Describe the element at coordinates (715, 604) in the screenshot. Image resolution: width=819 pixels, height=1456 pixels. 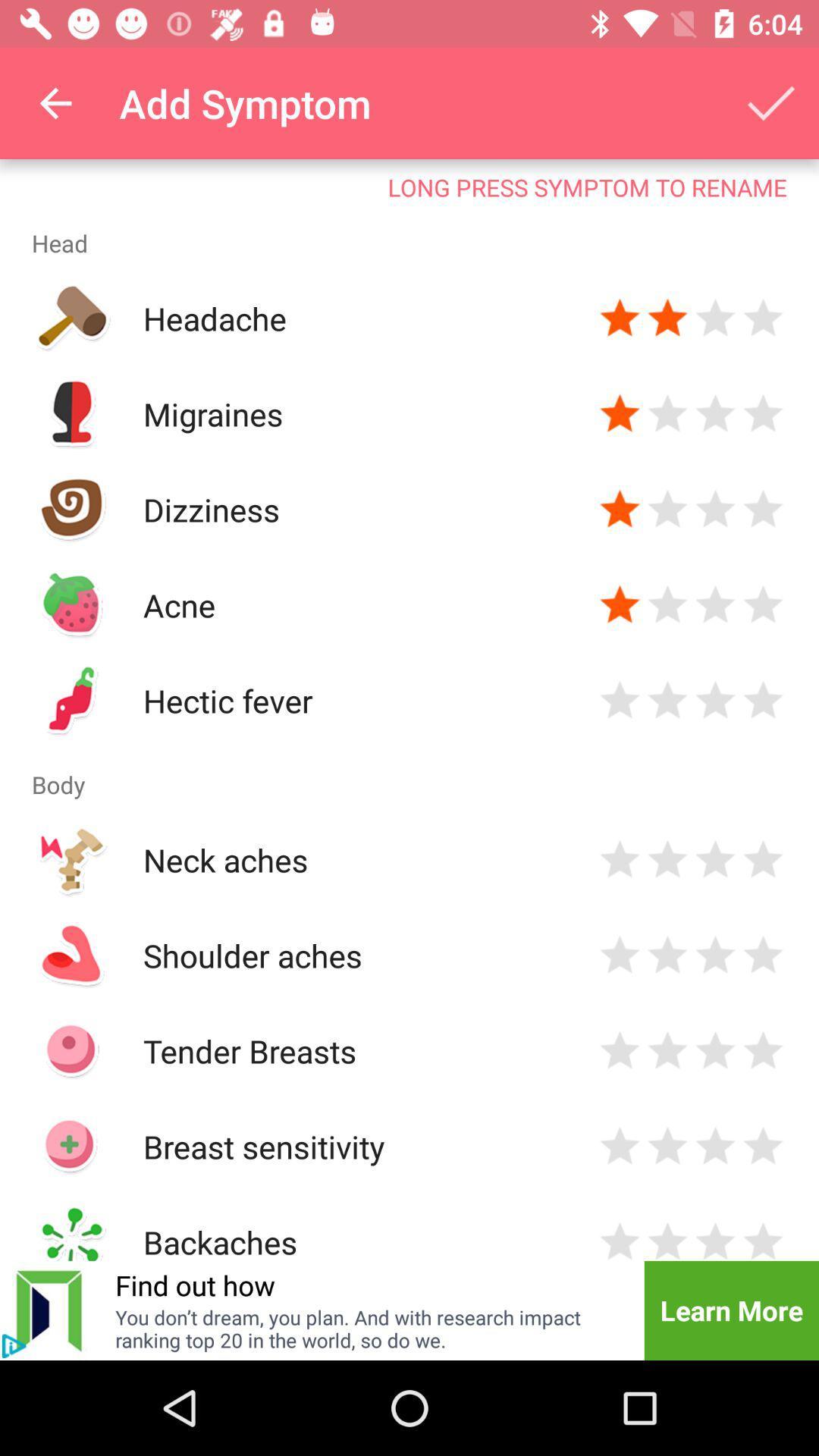
I see `rate the level of symptom` at that location.